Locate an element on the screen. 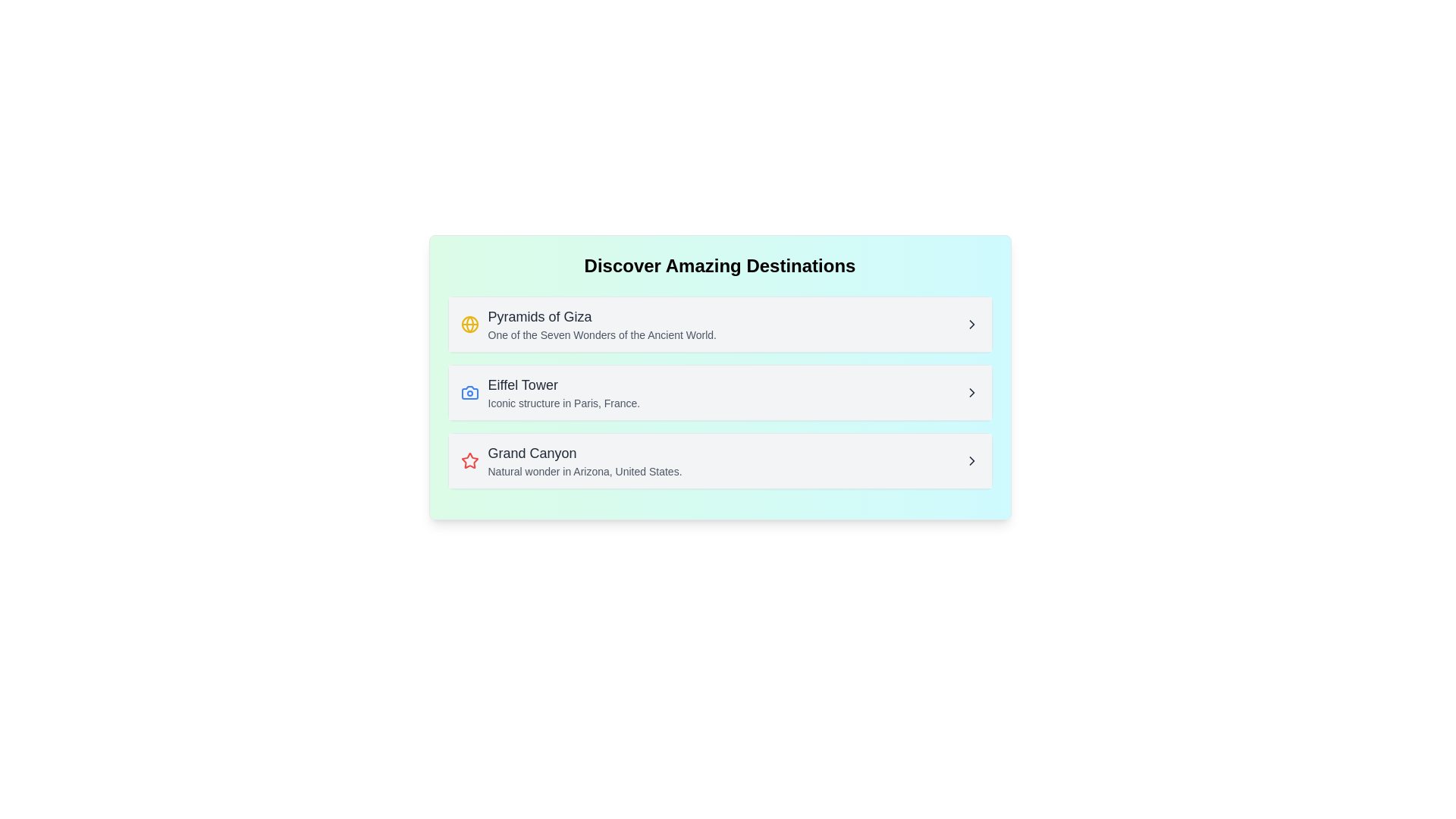  the text label displaying 'Natural wonder in Arizona, United States.', which is located beneath the title 'Grand Canyon' in the third list item of a collection of destinations is located at coordinates (584, 470).